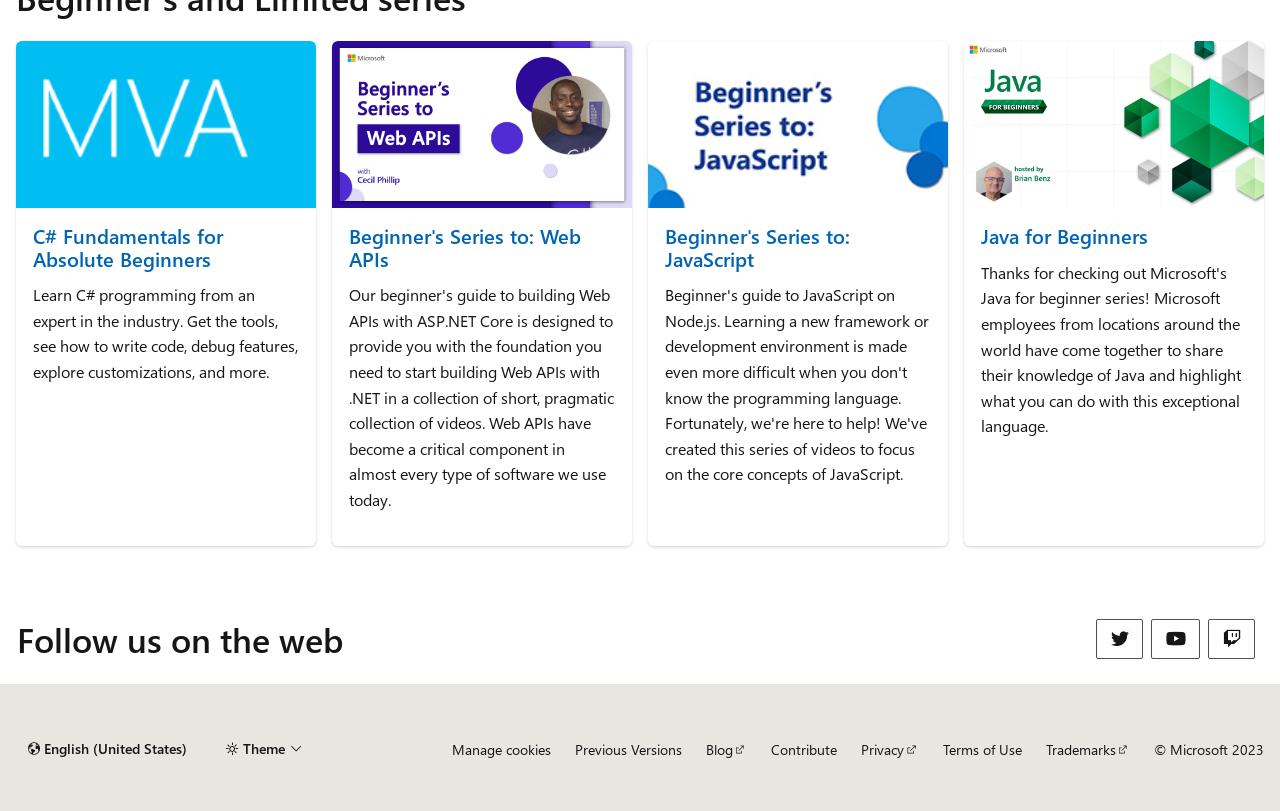 This screenshot has width=1280, height=811. What do you see at coordinates (179, 637) in the screenshot?
I see `'Follow us on the web'` at bounding box center [179, 637].